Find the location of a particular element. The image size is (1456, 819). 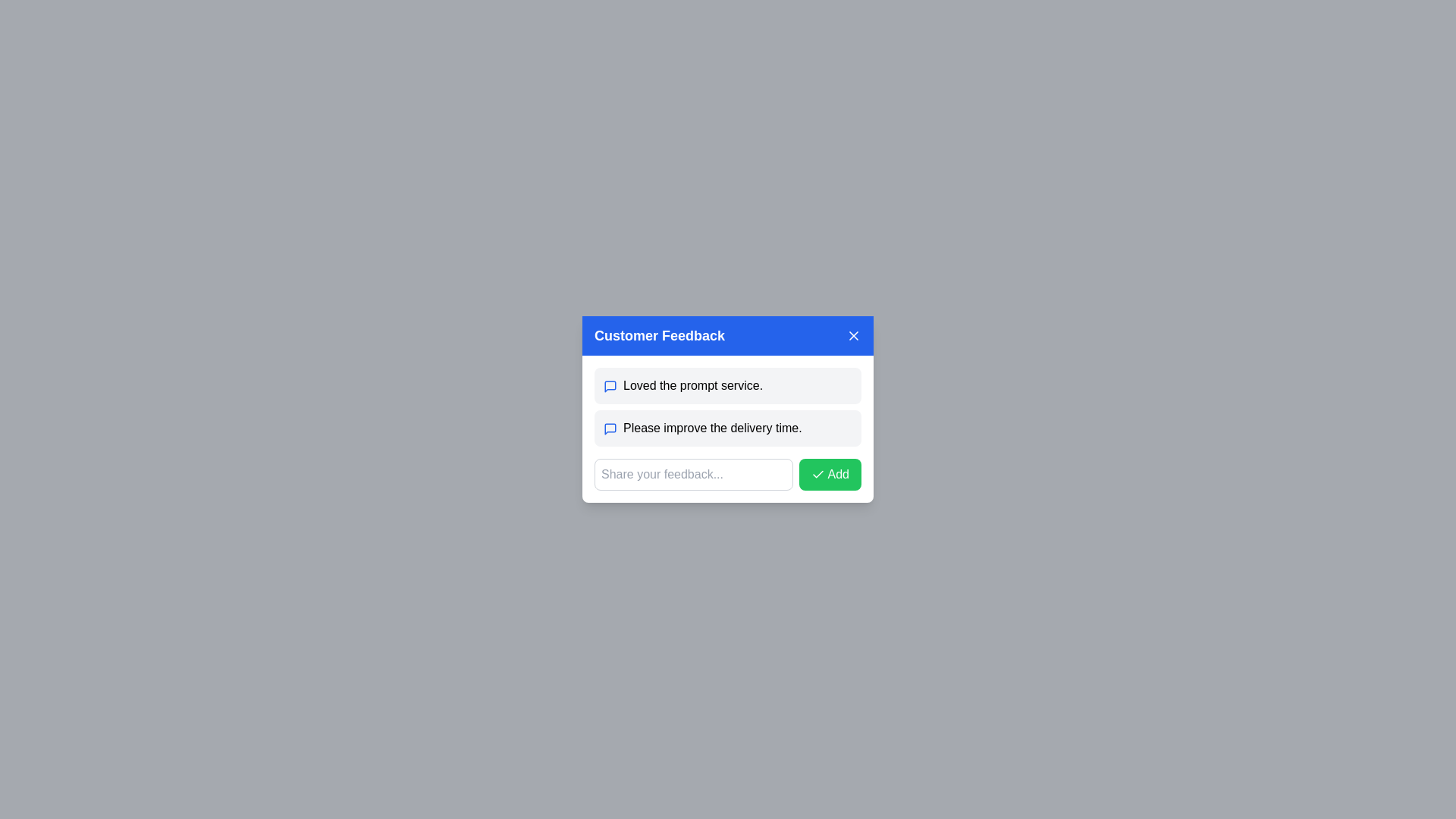

the checkmark icon with a green background and white stroke located within the 'Add' button at the bottom right of the feedback modal box to understand its action context is located at coordinates (817, 473).